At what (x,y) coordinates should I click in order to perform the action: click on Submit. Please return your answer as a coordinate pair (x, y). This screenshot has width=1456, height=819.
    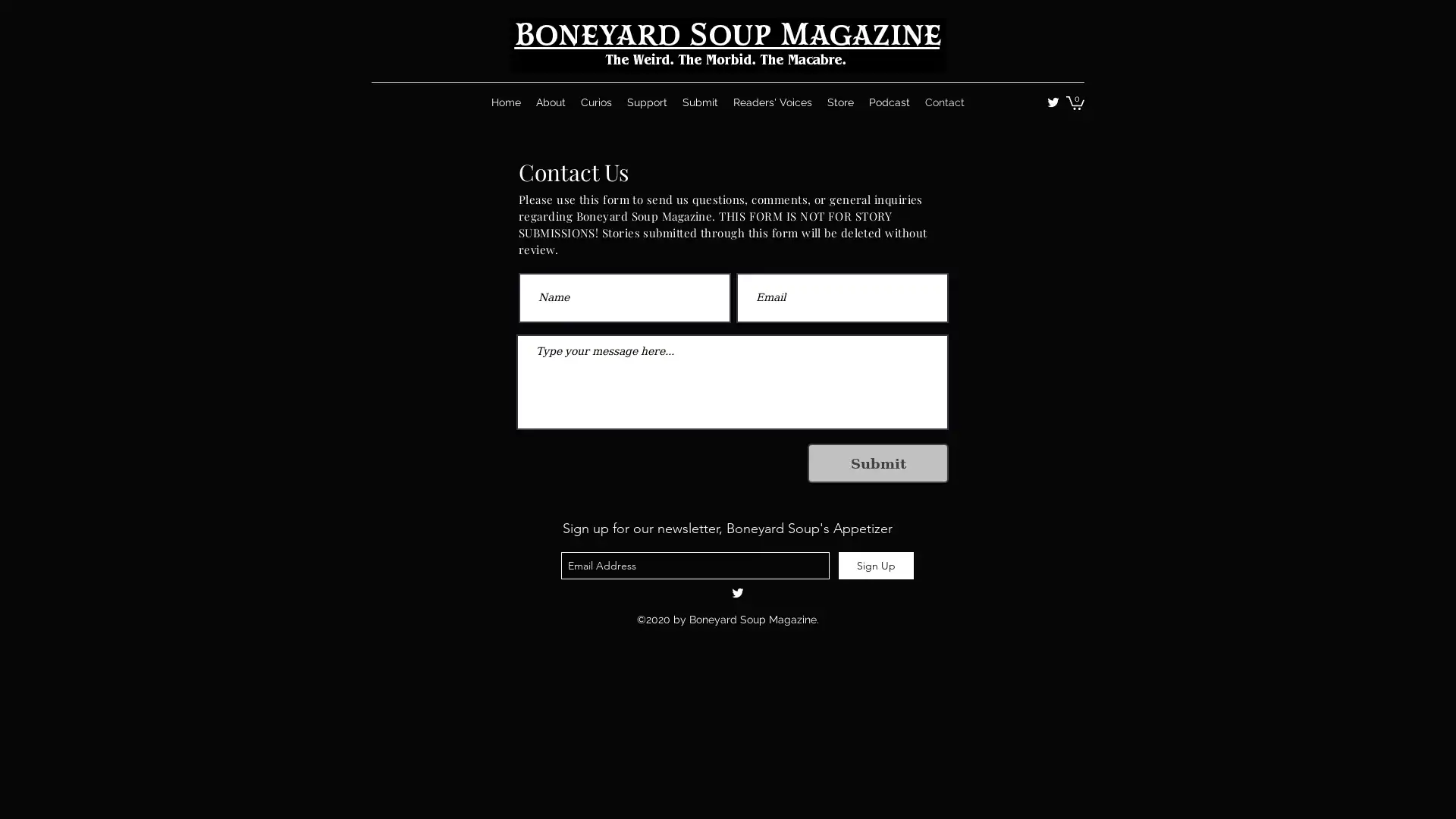
    Looking at the image, I should click on (877, 462).